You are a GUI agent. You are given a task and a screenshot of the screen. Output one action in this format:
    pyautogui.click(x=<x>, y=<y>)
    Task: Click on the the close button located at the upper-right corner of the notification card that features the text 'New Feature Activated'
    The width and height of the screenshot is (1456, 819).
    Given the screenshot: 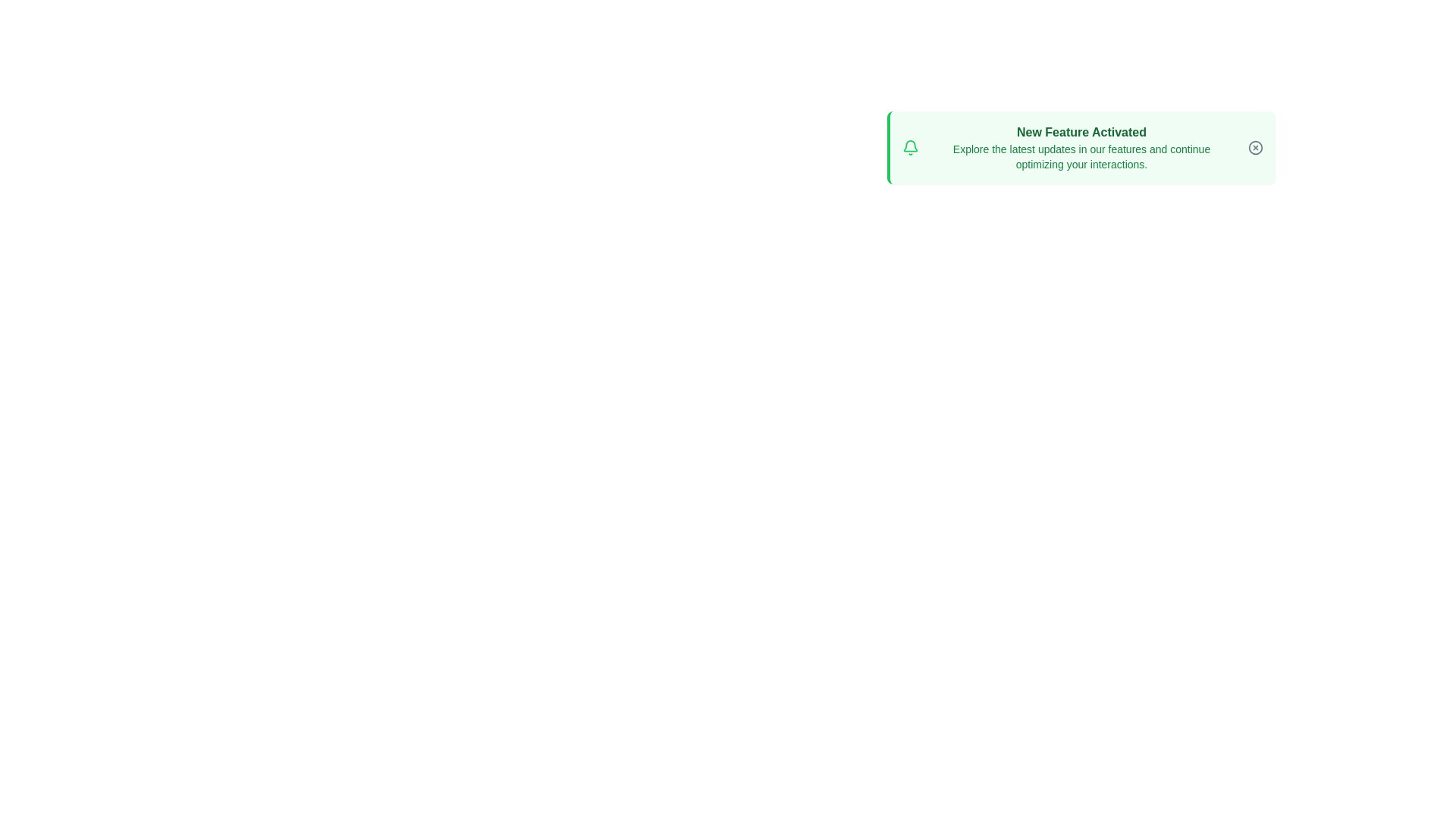 What is the action you would take?
    pyautogui.click(x=1255, y=148)
    